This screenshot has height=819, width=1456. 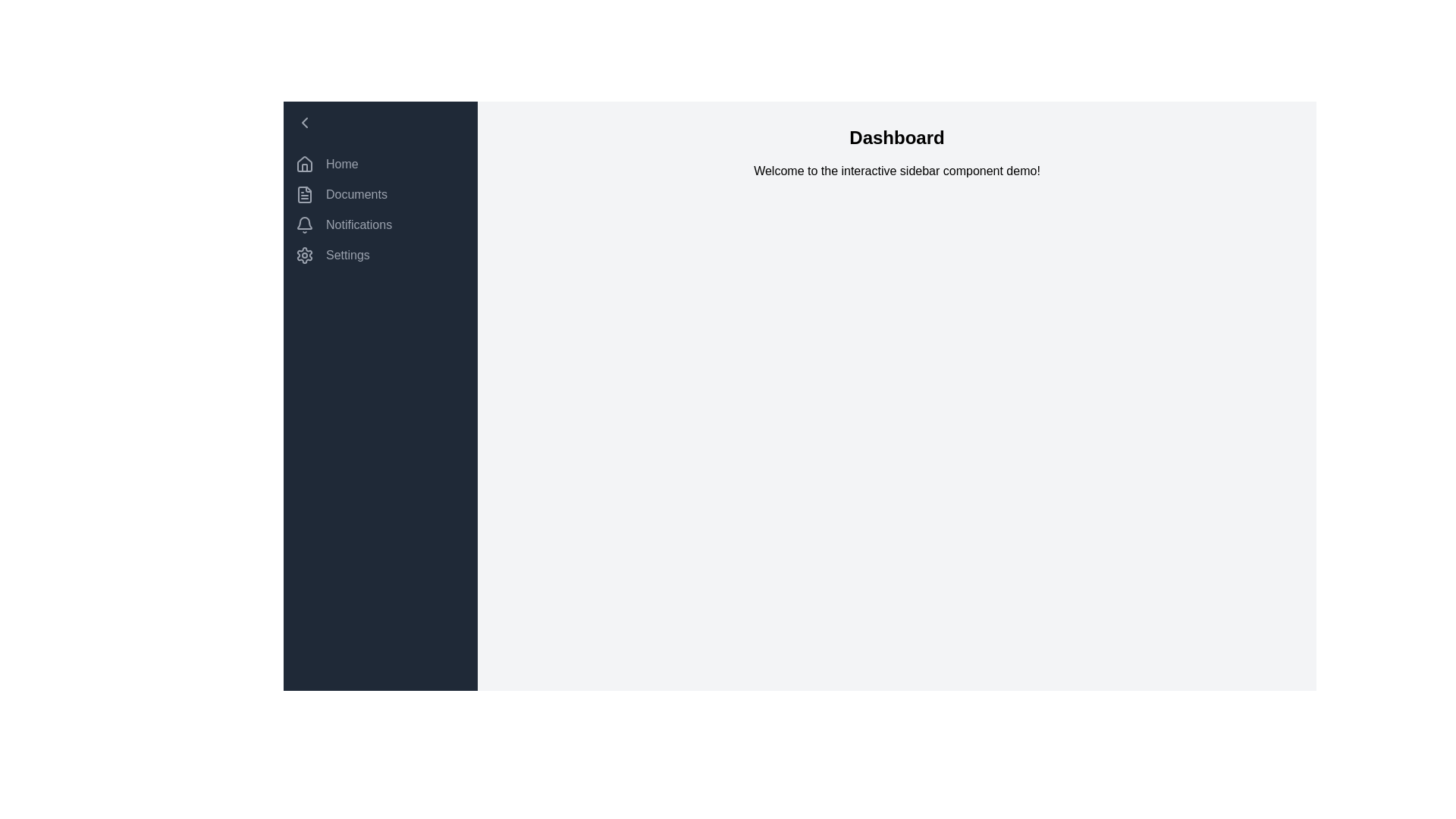 I want to click on the navigation item Documents in the sidebar, so click(x=381, y=194).